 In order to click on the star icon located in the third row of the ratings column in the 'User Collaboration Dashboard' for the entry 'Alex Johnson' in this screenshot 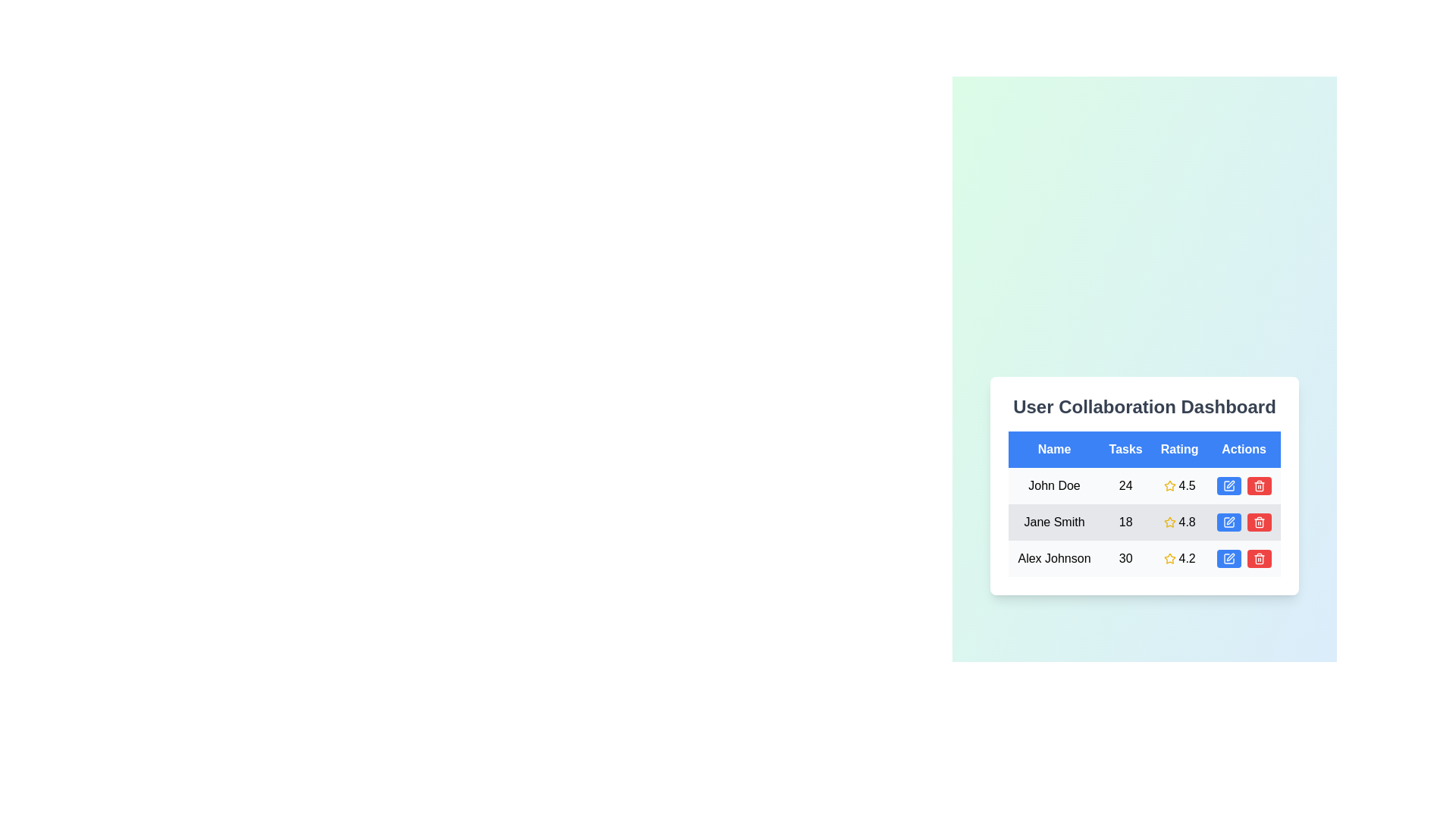, I will do `click(1169, 558)`.